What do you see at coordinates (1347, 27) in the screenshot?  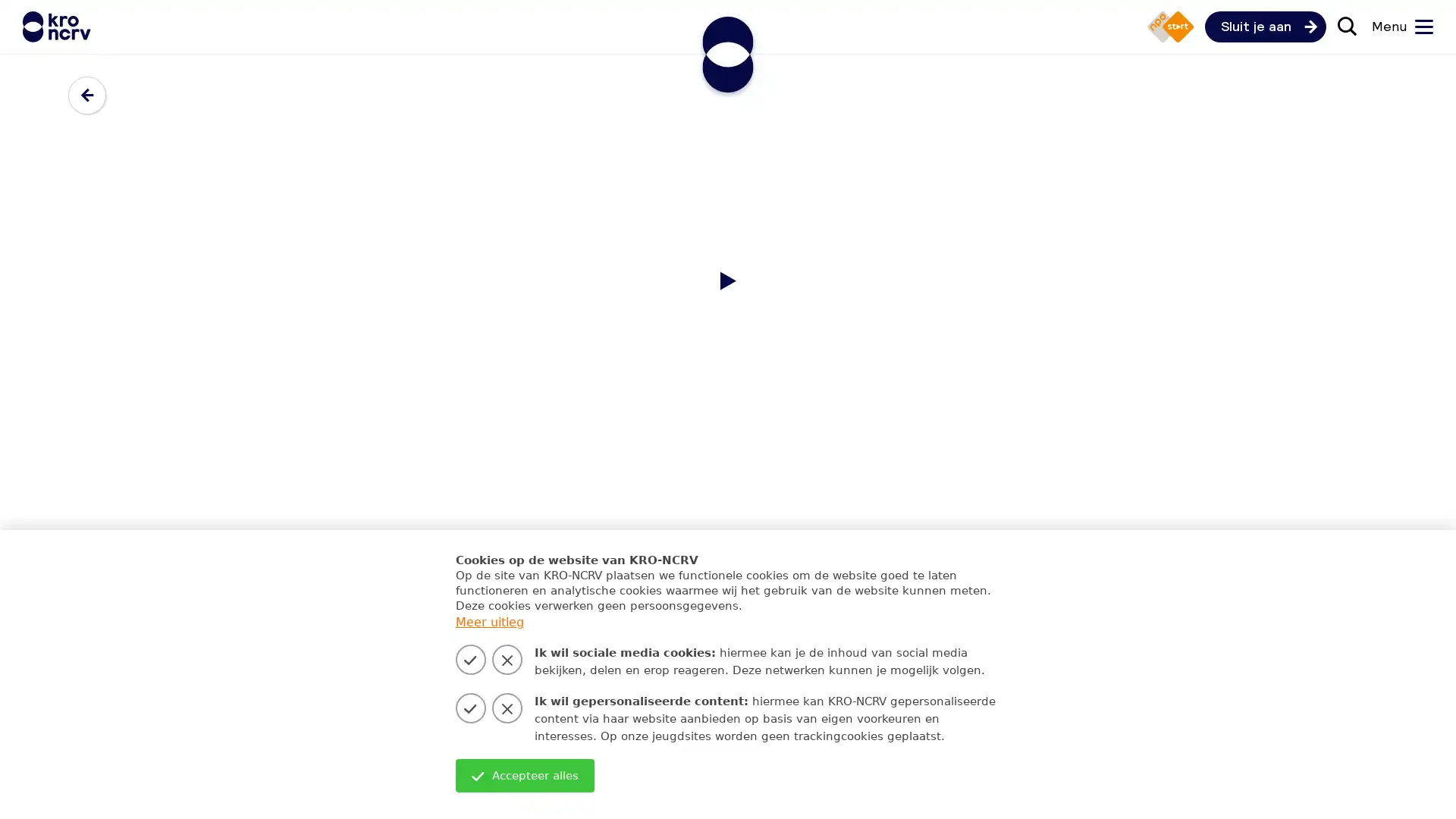 I see `Zoek door de site` at bounding box center [1347, 27].